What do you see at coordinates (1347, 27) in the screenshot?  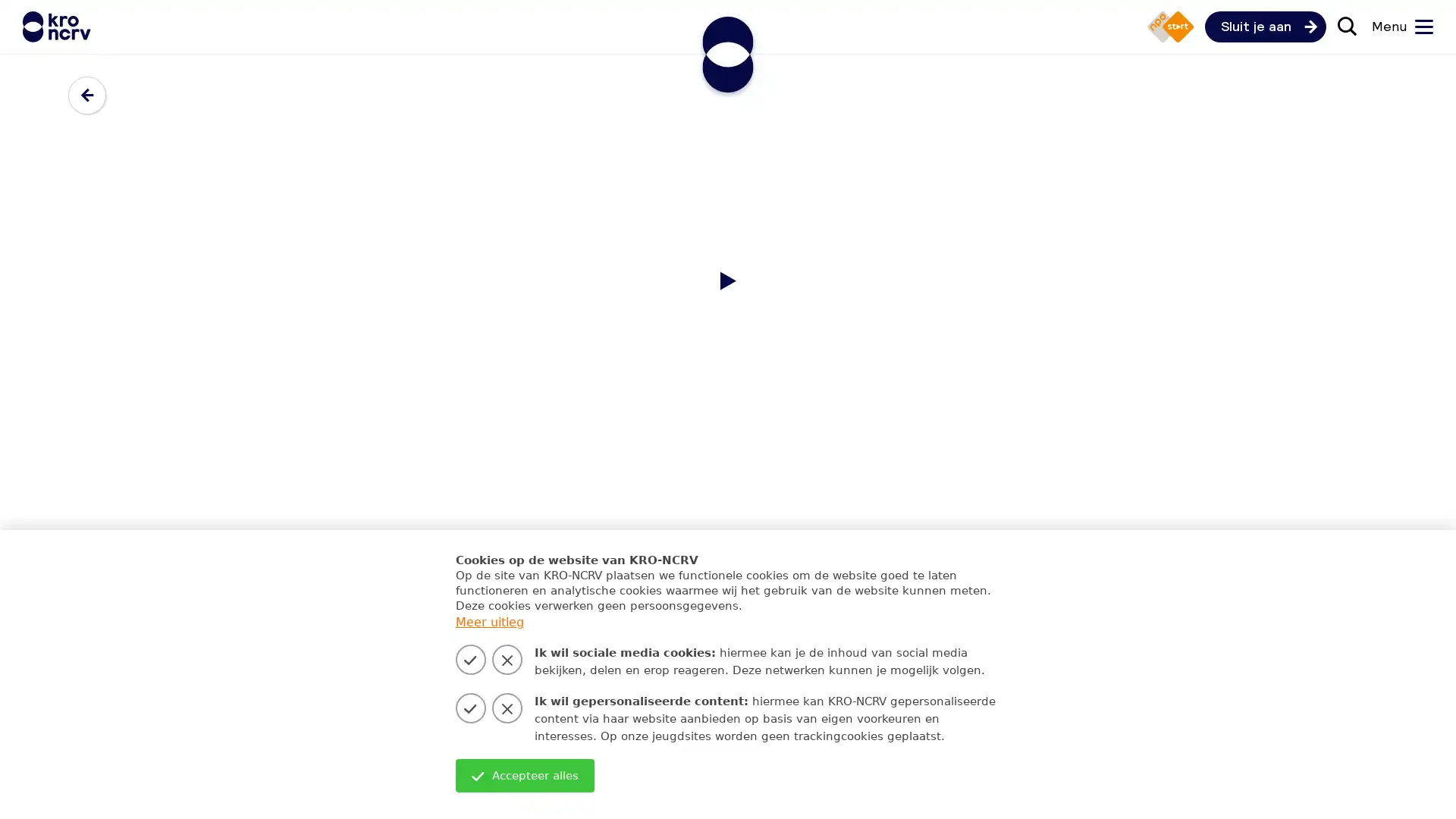 I see `Zoek door de site` at bounding box center [1347, 27].